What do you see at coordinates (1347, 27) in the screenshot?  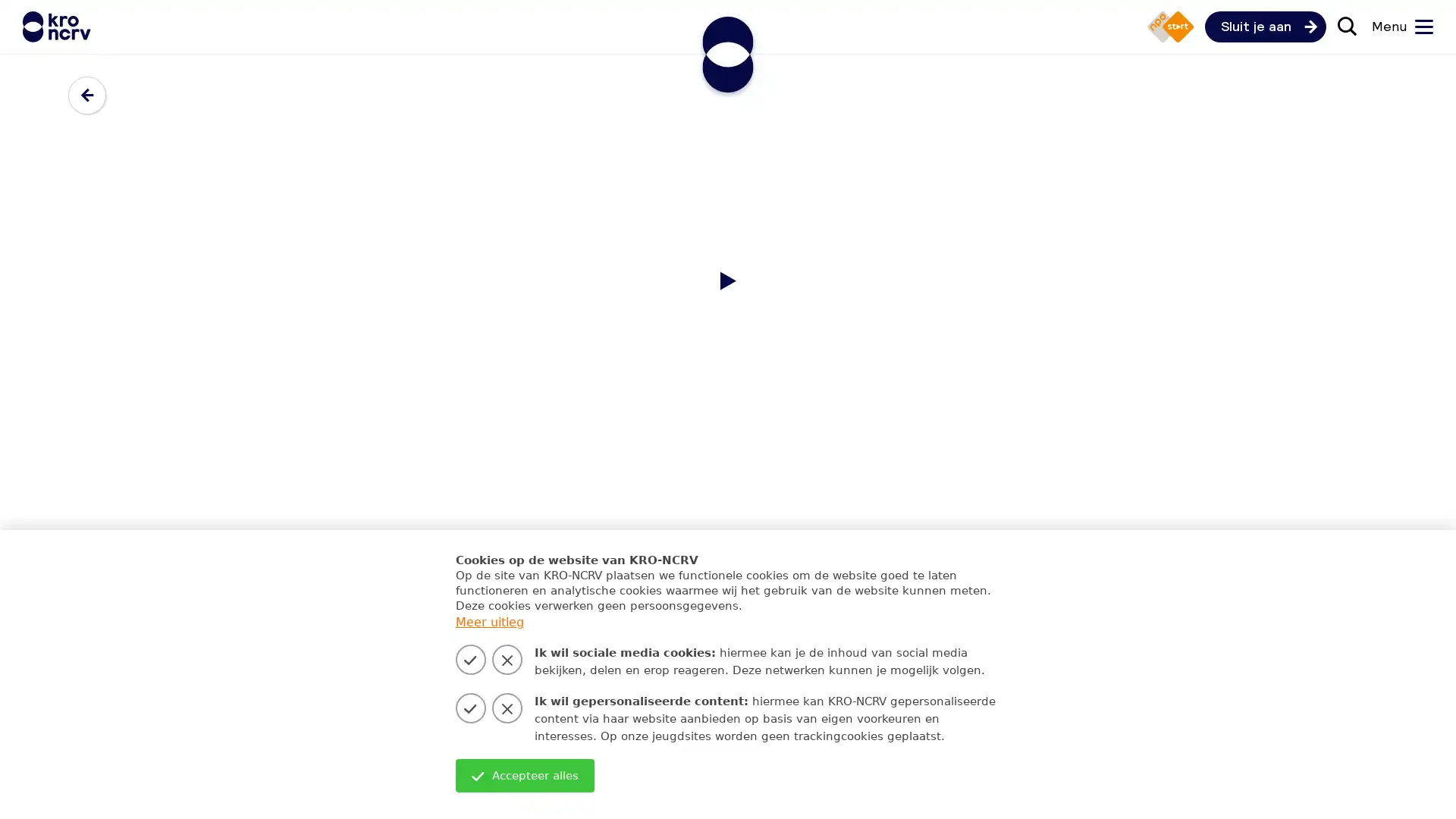 I see `Zoek door de site` at bounding box center [1347, 27].